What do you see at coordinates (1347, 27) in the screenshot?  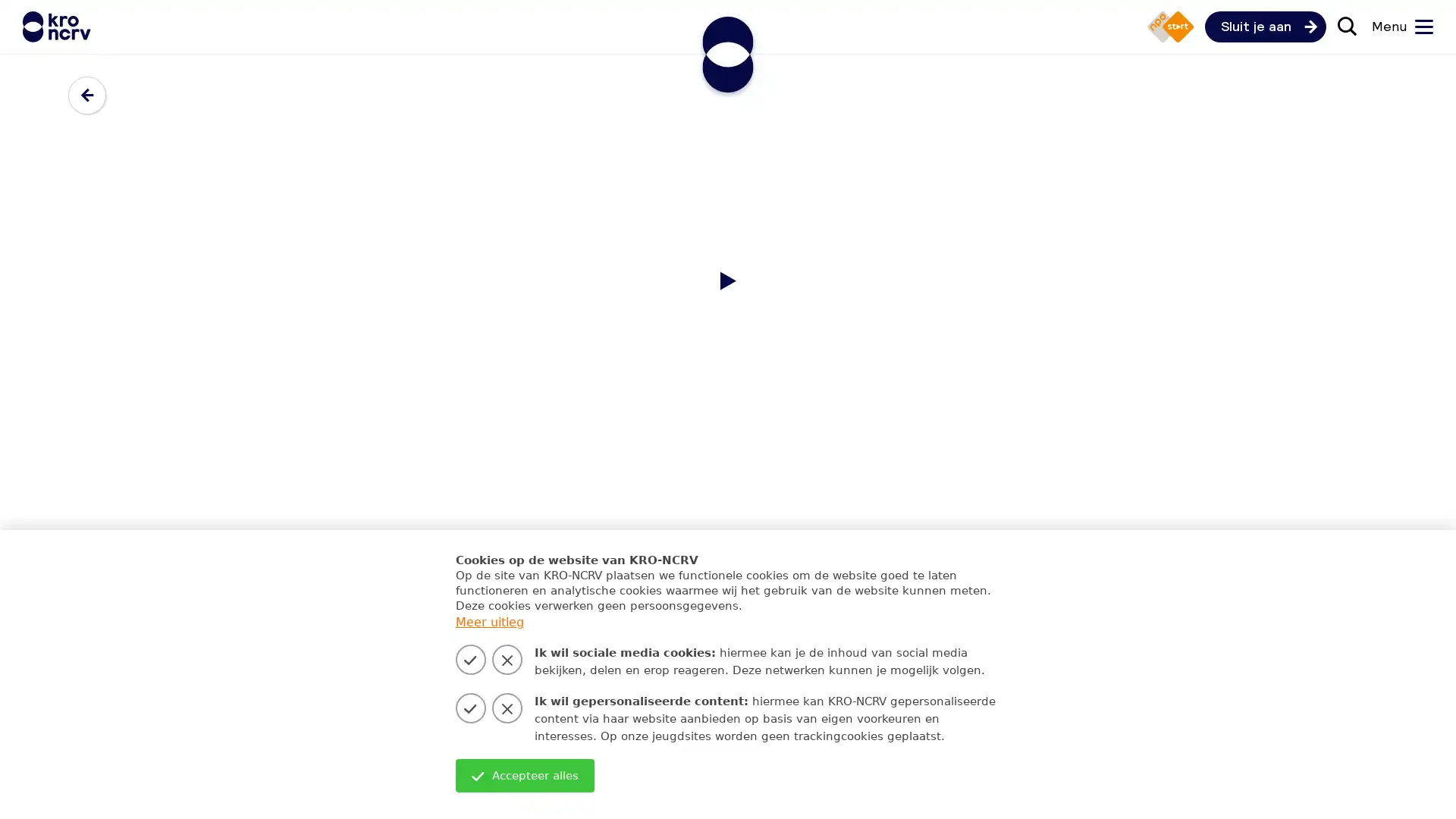 I see `Zoek door de site` at bounding box center [1347, 27].